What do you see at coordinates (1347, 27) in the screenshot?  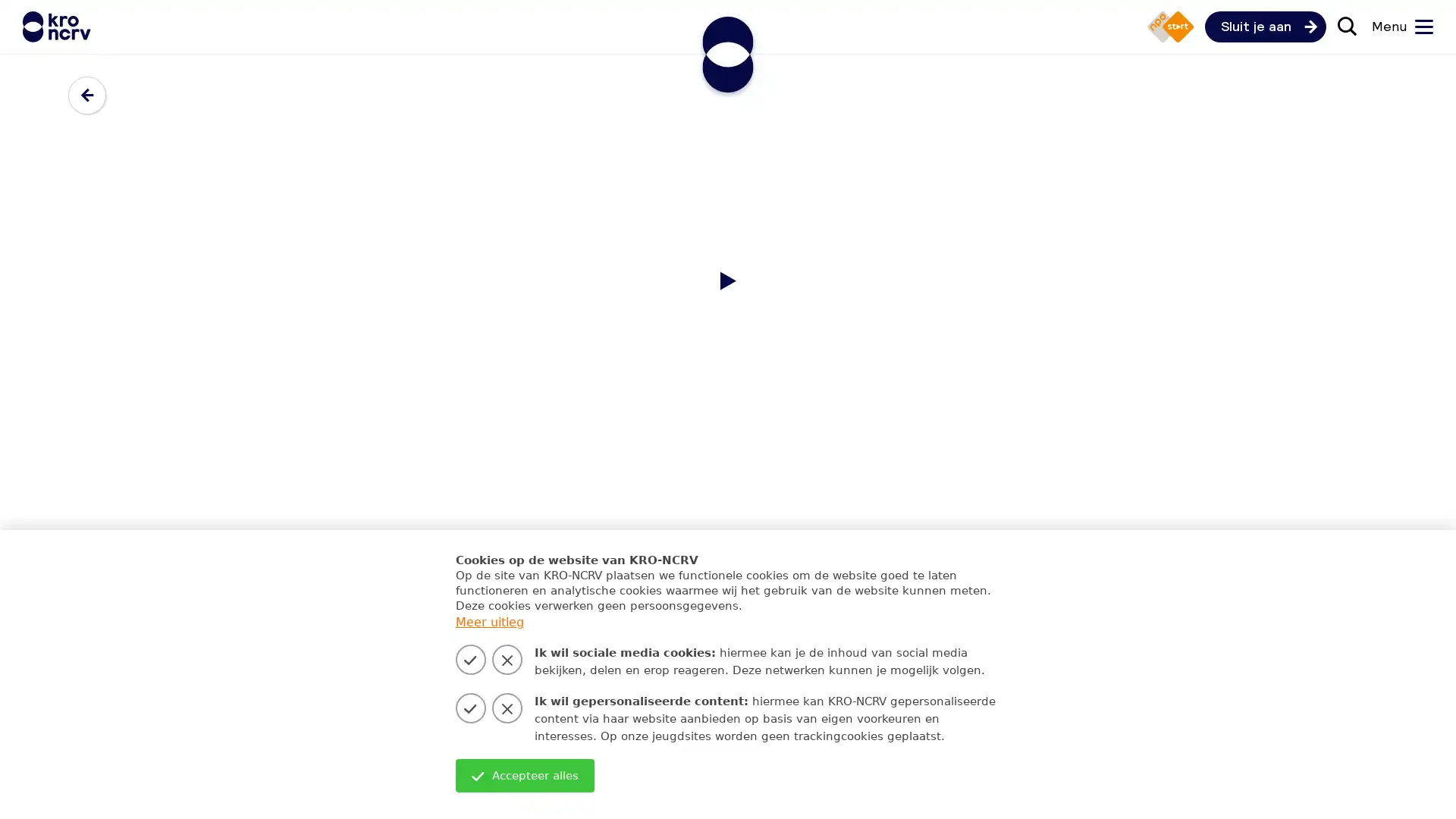 I see `Zoek door de site` at bounding box center [1347, 27].